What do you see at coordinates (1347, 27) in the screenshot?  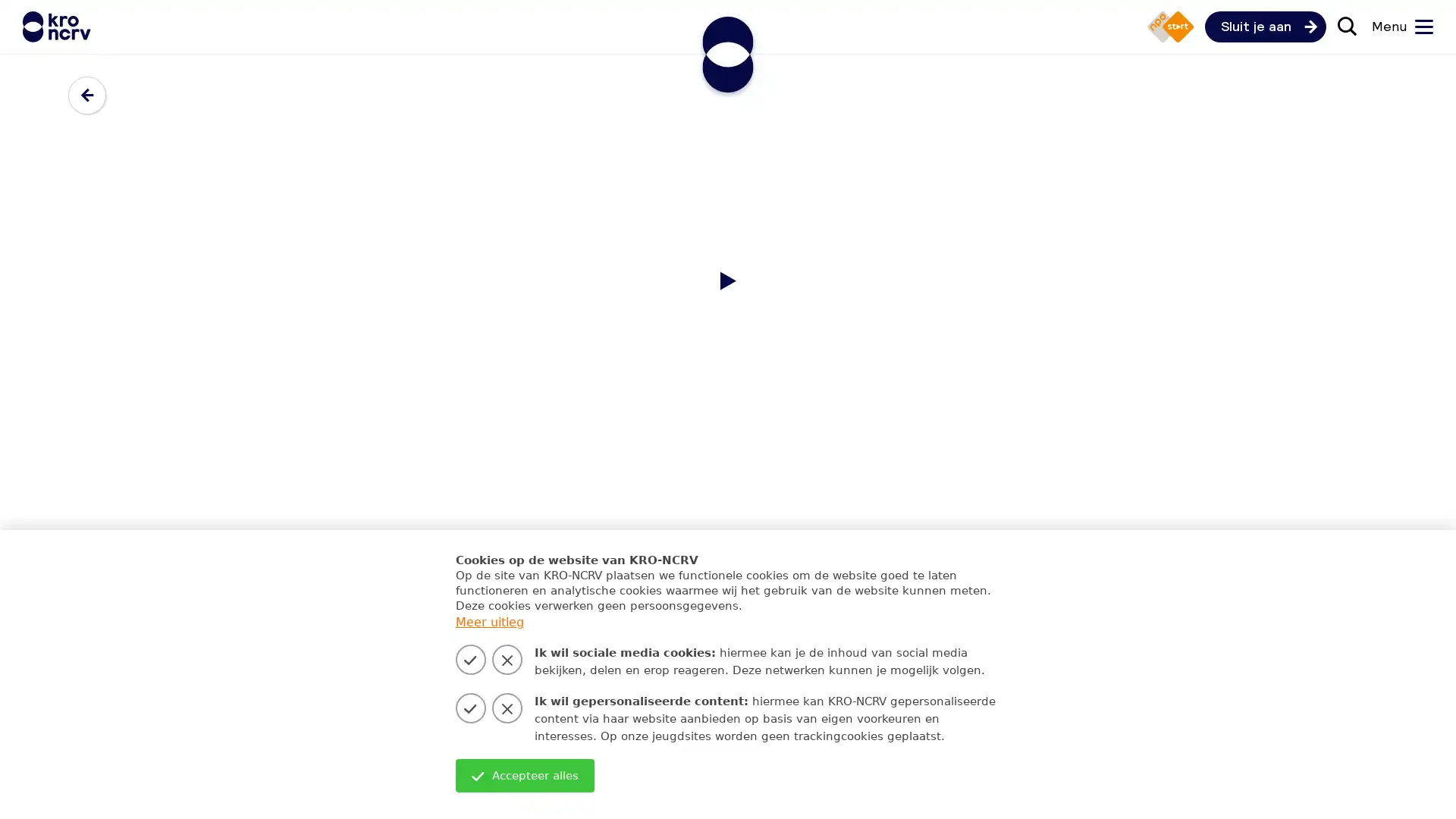 I see `Zoek door de site` at bounding box center [1347, 27].